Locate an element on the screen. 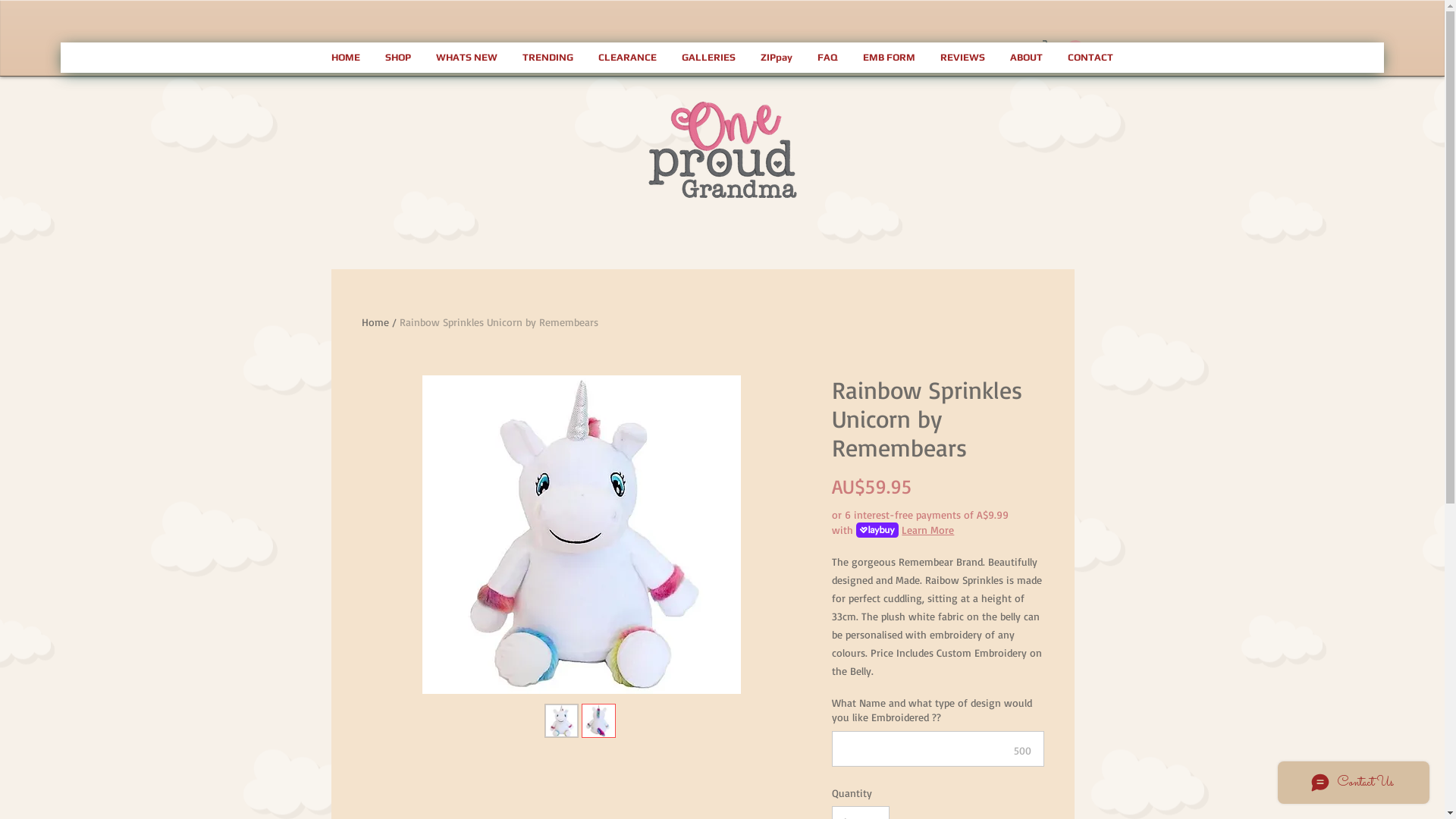  'ZIPpay' is located at coordinates (776, 57).